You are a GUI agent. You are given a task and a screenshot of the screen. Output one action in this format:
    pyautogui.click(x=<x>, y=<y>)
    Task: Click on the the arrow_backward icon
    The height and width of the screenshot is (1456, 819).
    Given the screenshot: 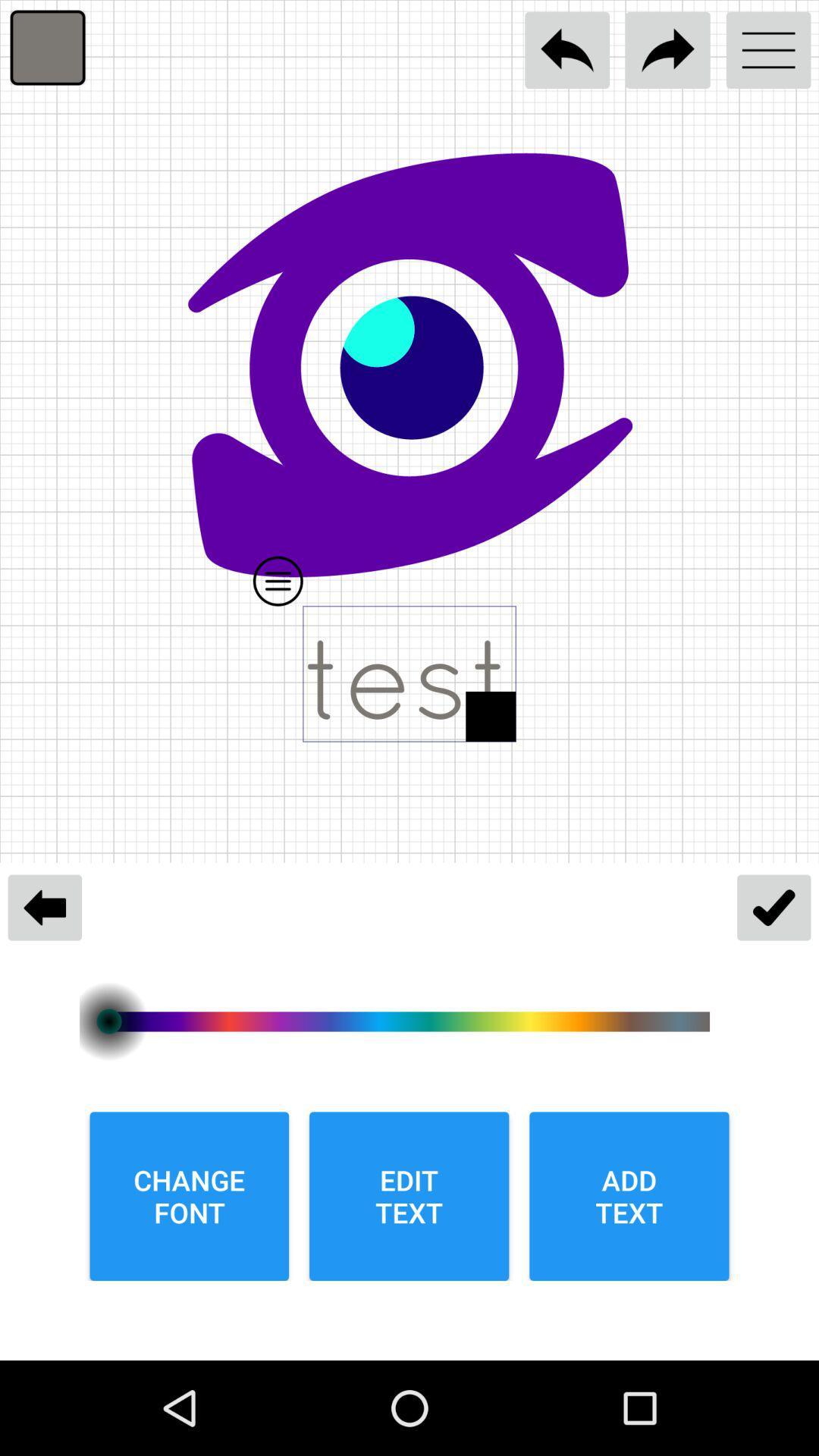 What is the action you would take?
    pyautogui.click(x=44, y=907)
    